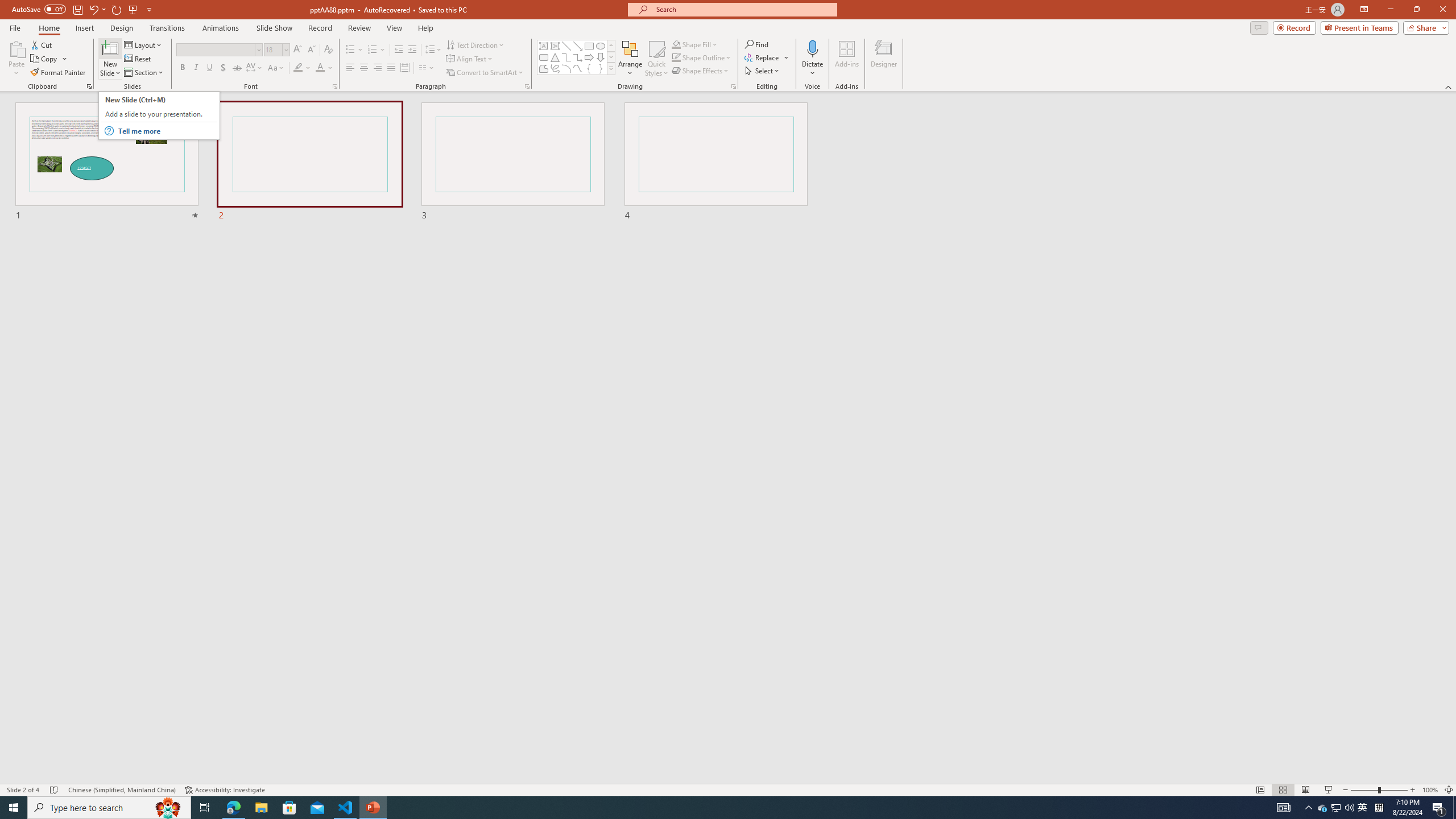 This screenshot has height=819, width=1456. What do you see at coordinates (1449, 87) in the screenshot?
I see `'Collapse the Ribbon'` at bounding box center [1449, 87].